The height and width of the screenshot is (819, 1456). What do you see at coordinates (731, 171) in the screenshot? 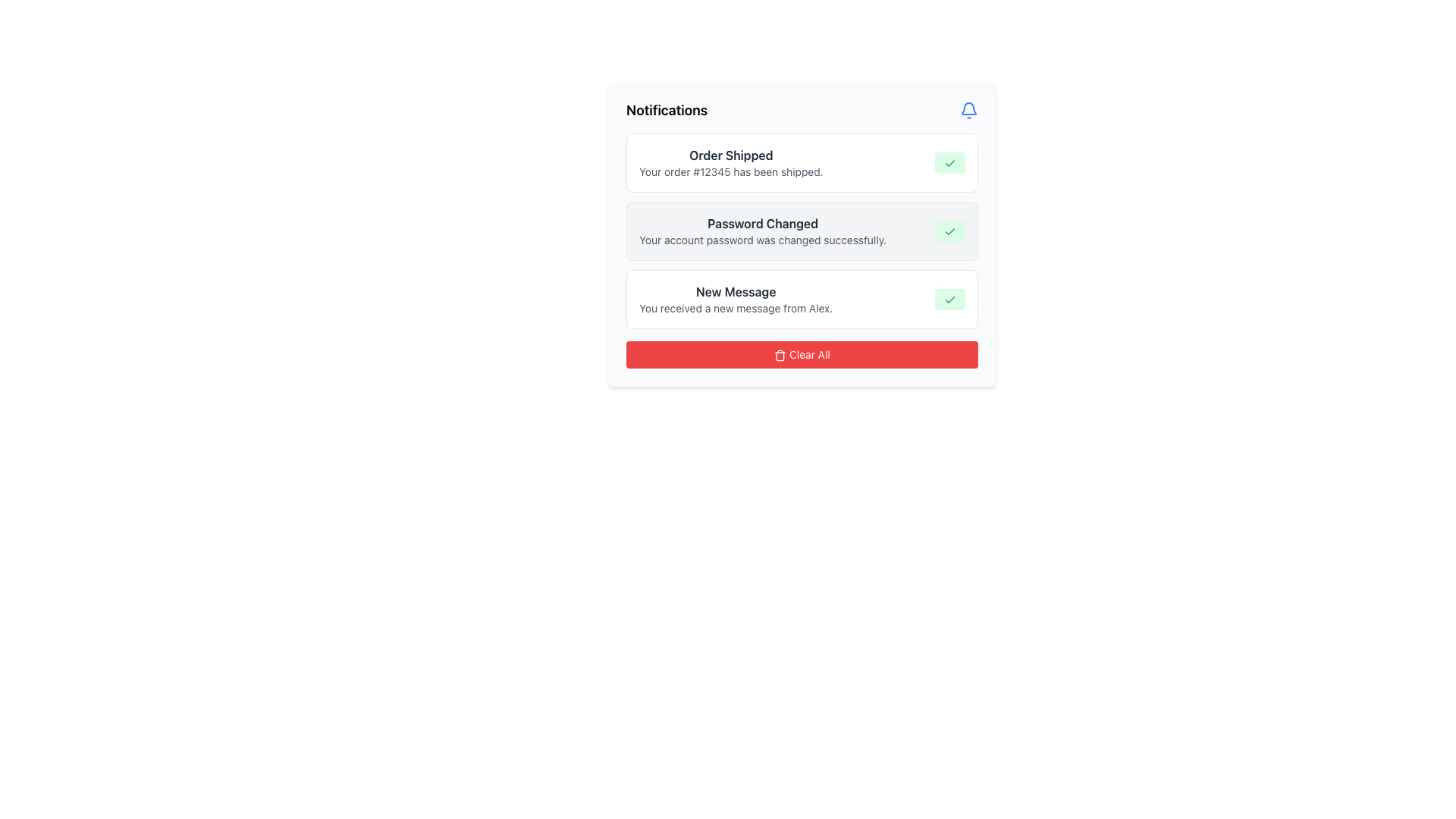
I see `the text that informs the user about the shipping status of the order, located immediately below the bold text 'Order Shipped' in the first notification card` at bounding box center [731, 171].